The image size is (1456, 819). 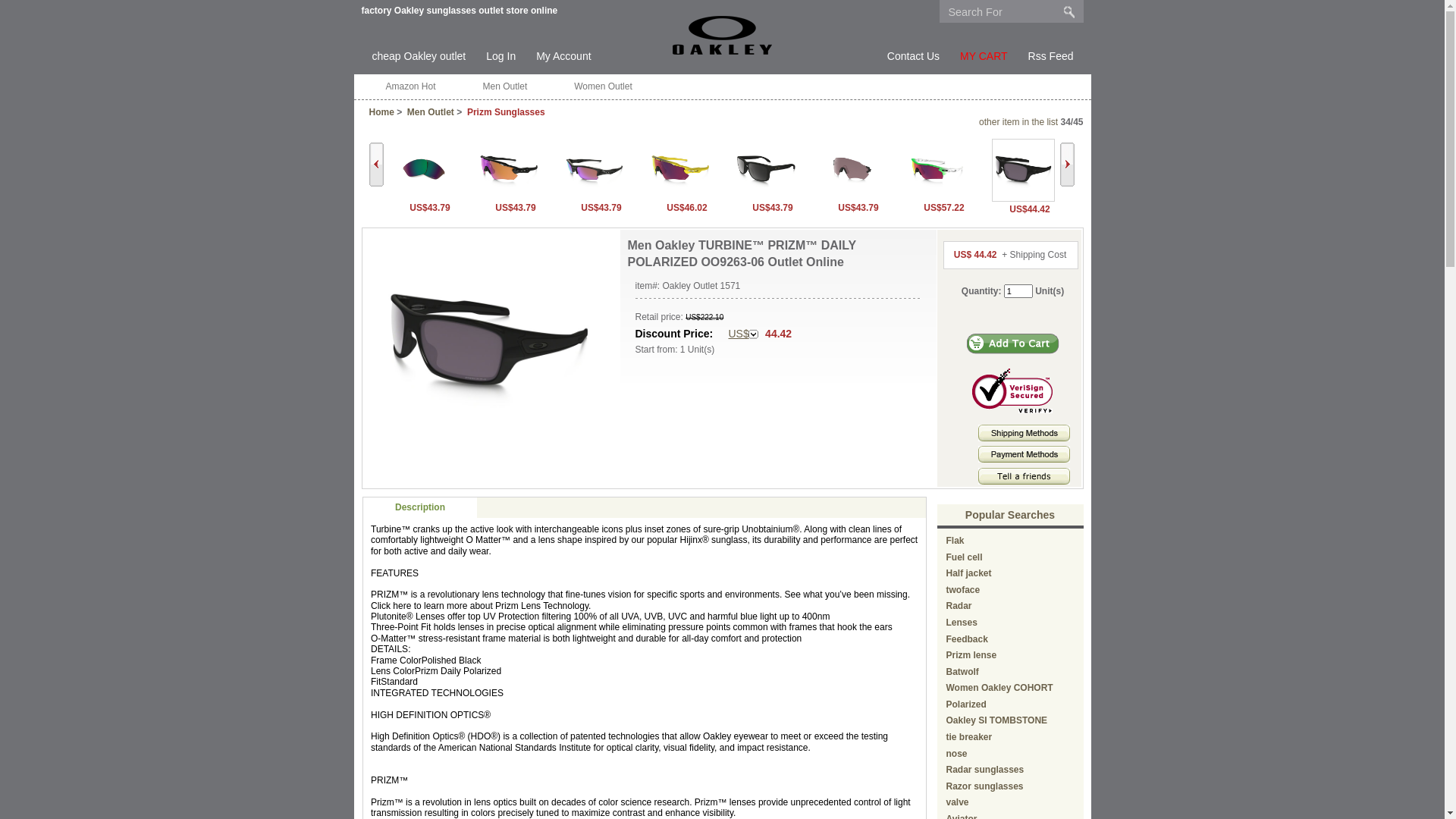 What do you see at coordinates (985, 769) in the screenshot?
I see `'Radar sunglasses'` at bounding box center [985, 769].